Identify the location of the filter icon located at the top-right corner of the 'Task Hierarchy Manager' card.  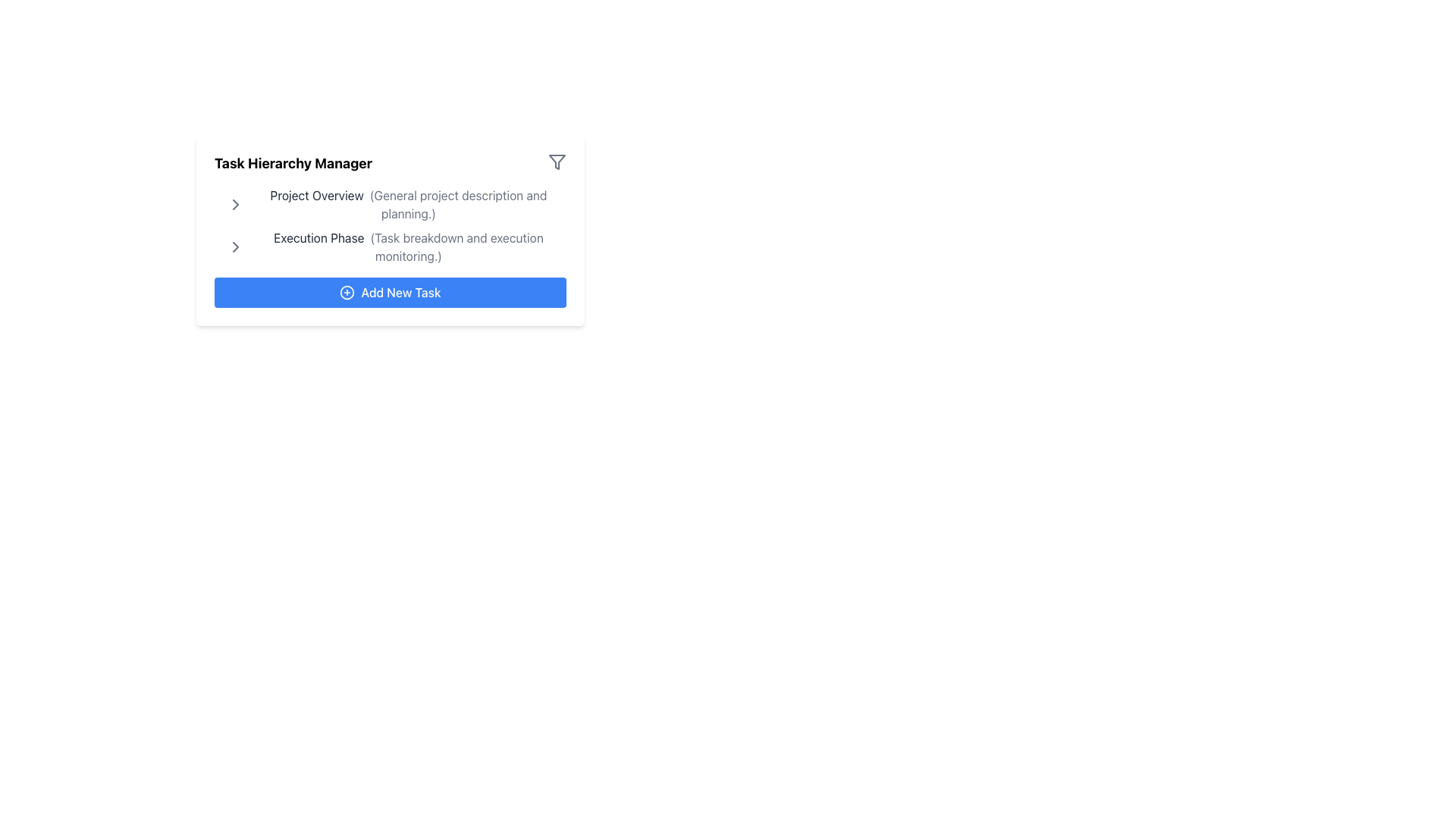
(556, 162).